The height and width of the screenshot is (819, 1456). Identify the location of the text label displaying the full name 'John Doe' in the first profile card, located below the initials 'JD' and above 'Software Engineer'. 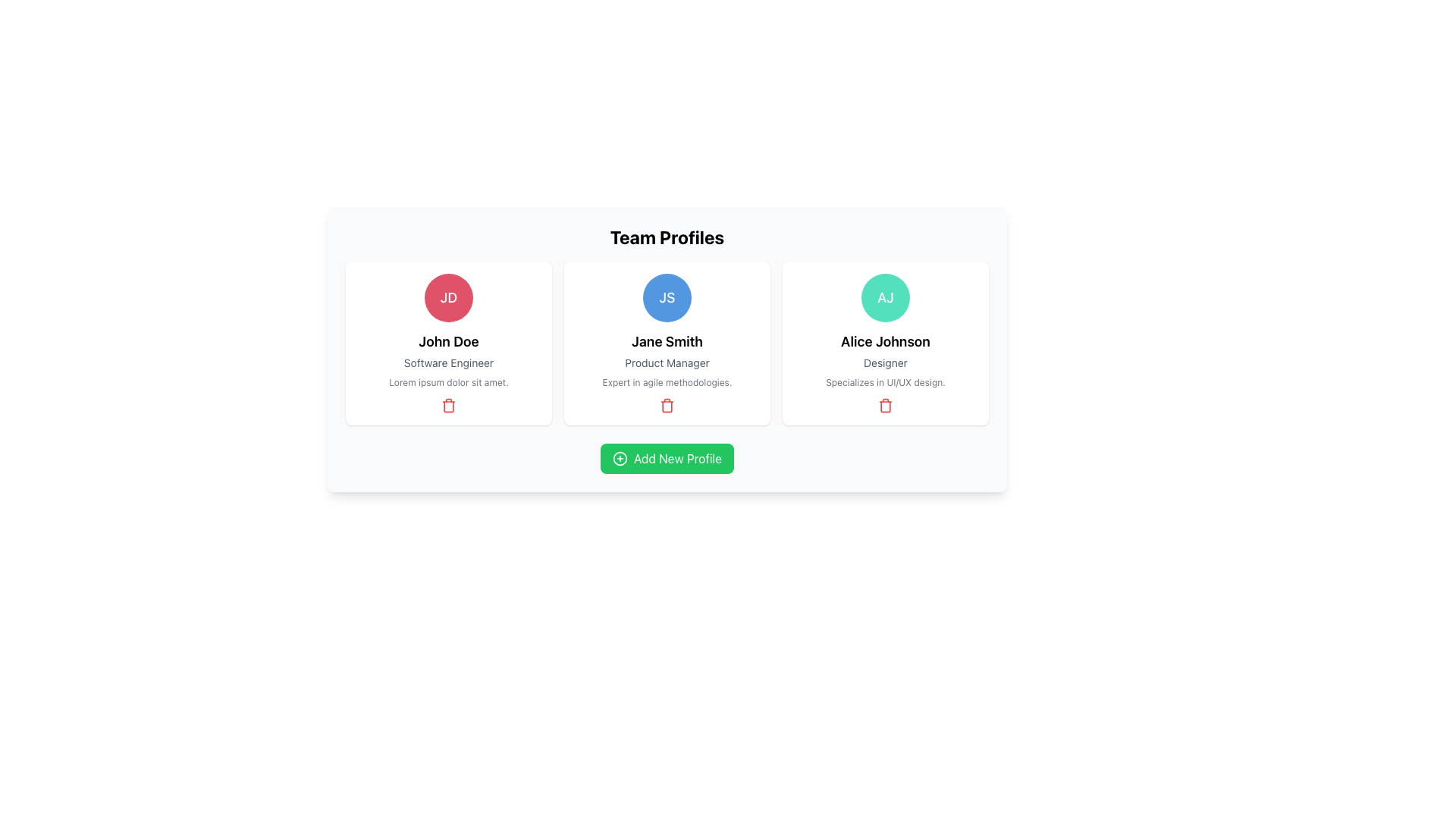
(447, 342).